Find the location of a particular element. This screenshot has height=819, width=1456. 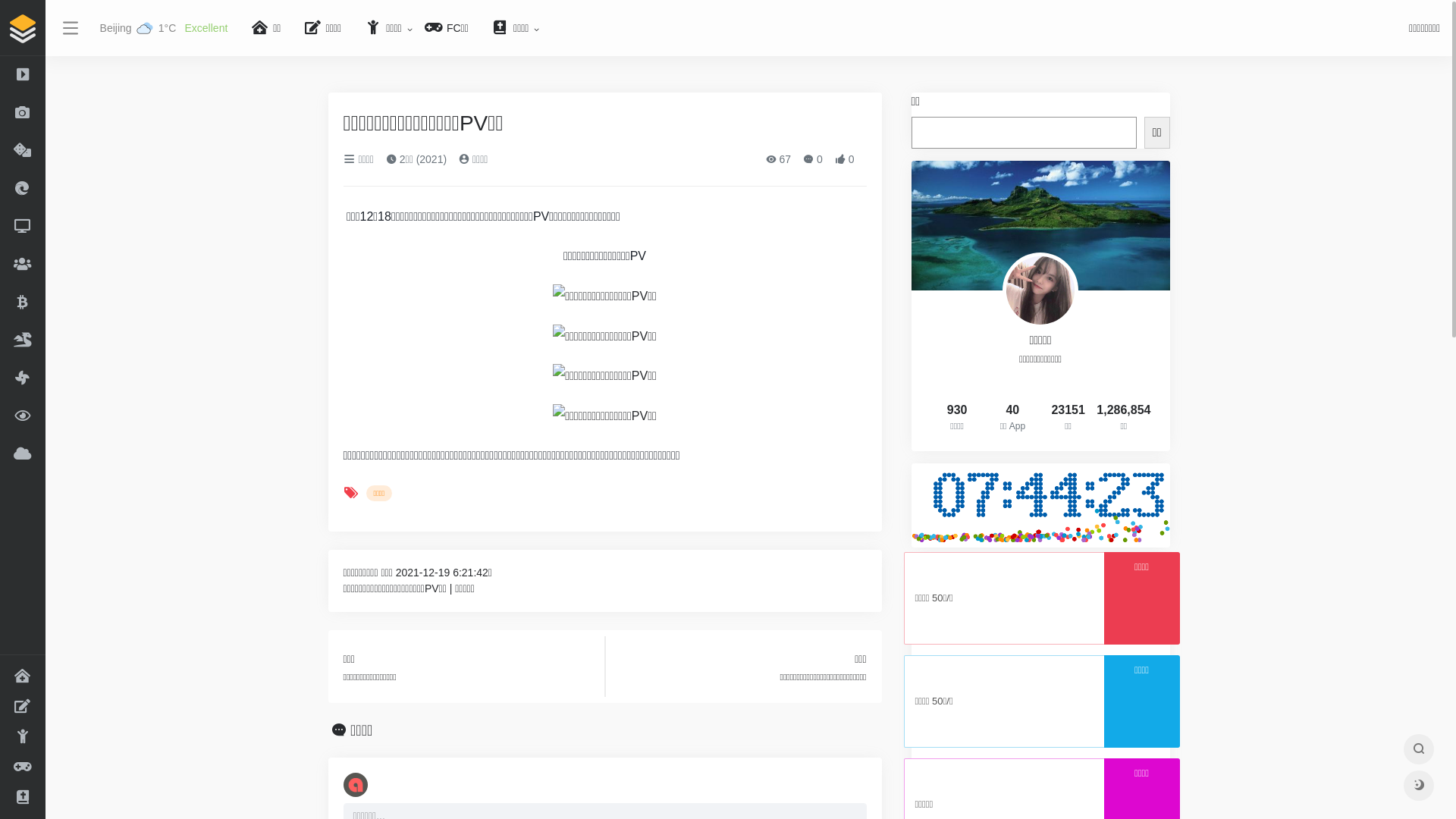

'0' is located at coordinates (811, 158).